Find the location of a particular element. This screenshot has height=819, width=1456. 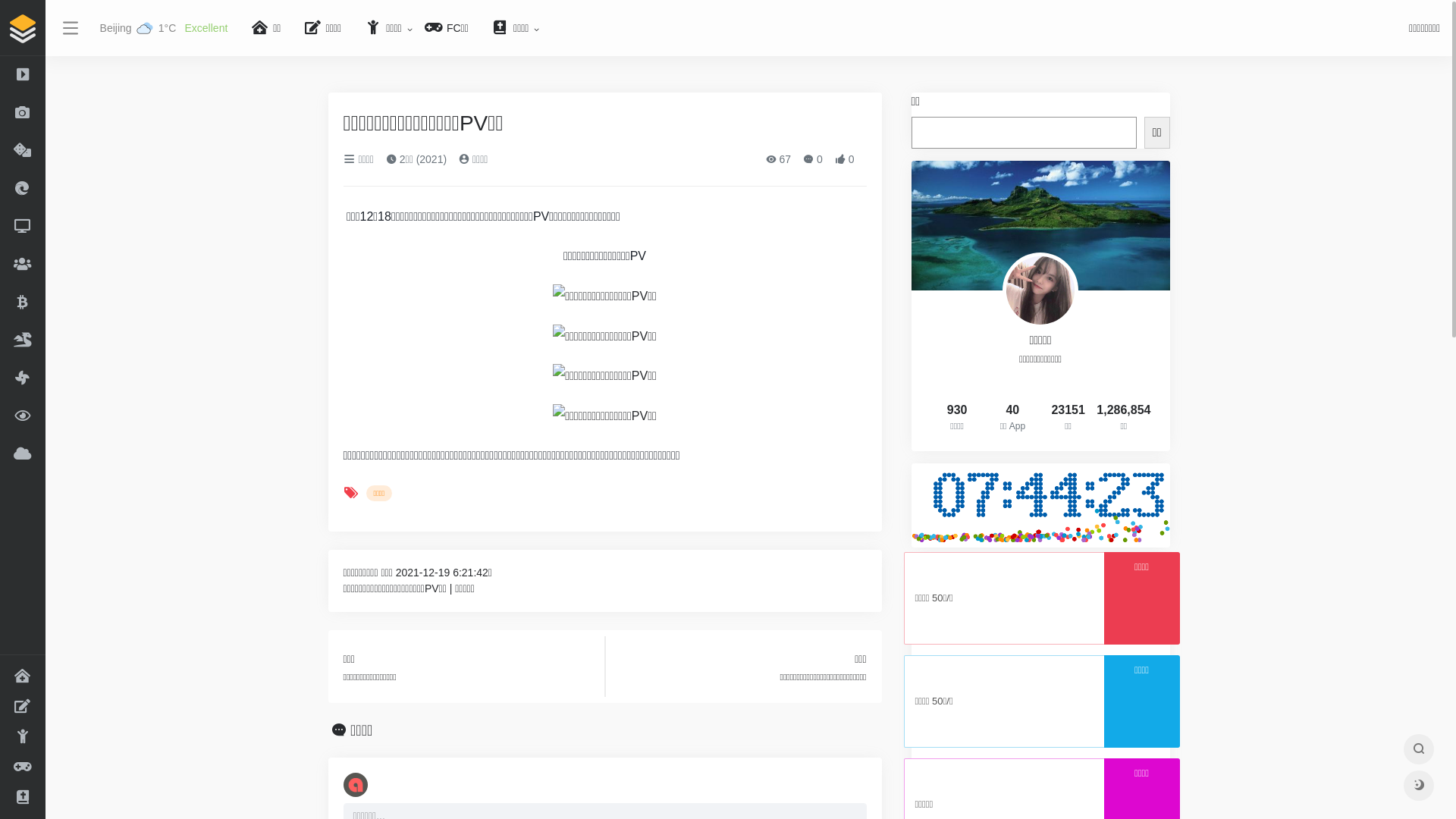

'0' is located at coordinates (811, 158).